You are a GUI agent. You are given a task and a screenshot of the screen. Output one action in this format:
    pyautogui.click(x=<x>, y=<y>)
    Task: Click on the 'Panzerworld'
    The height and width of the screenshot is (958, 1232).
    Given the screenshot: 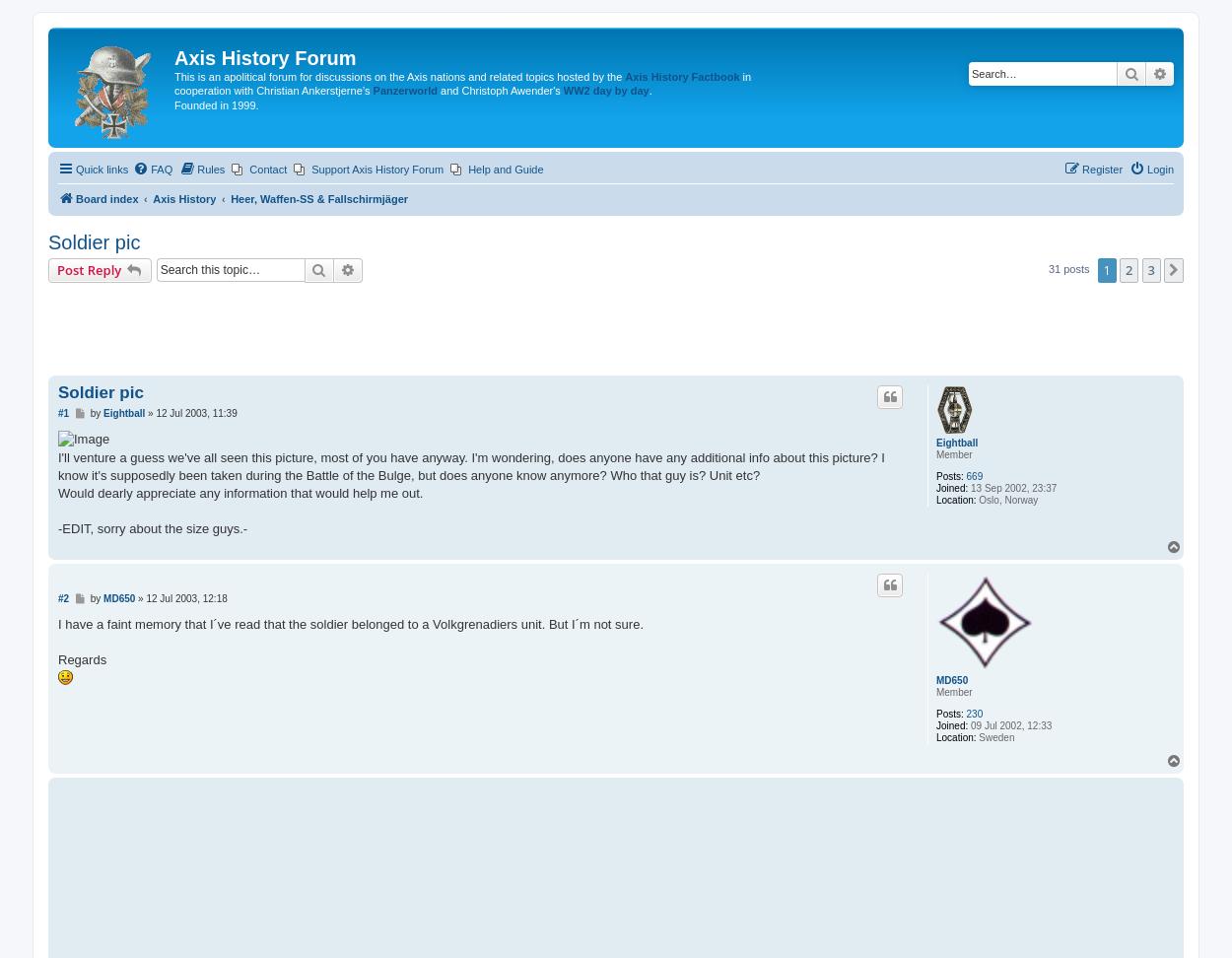 What is the action you would take?
    pyautogui.click(x=373, y=90)
    